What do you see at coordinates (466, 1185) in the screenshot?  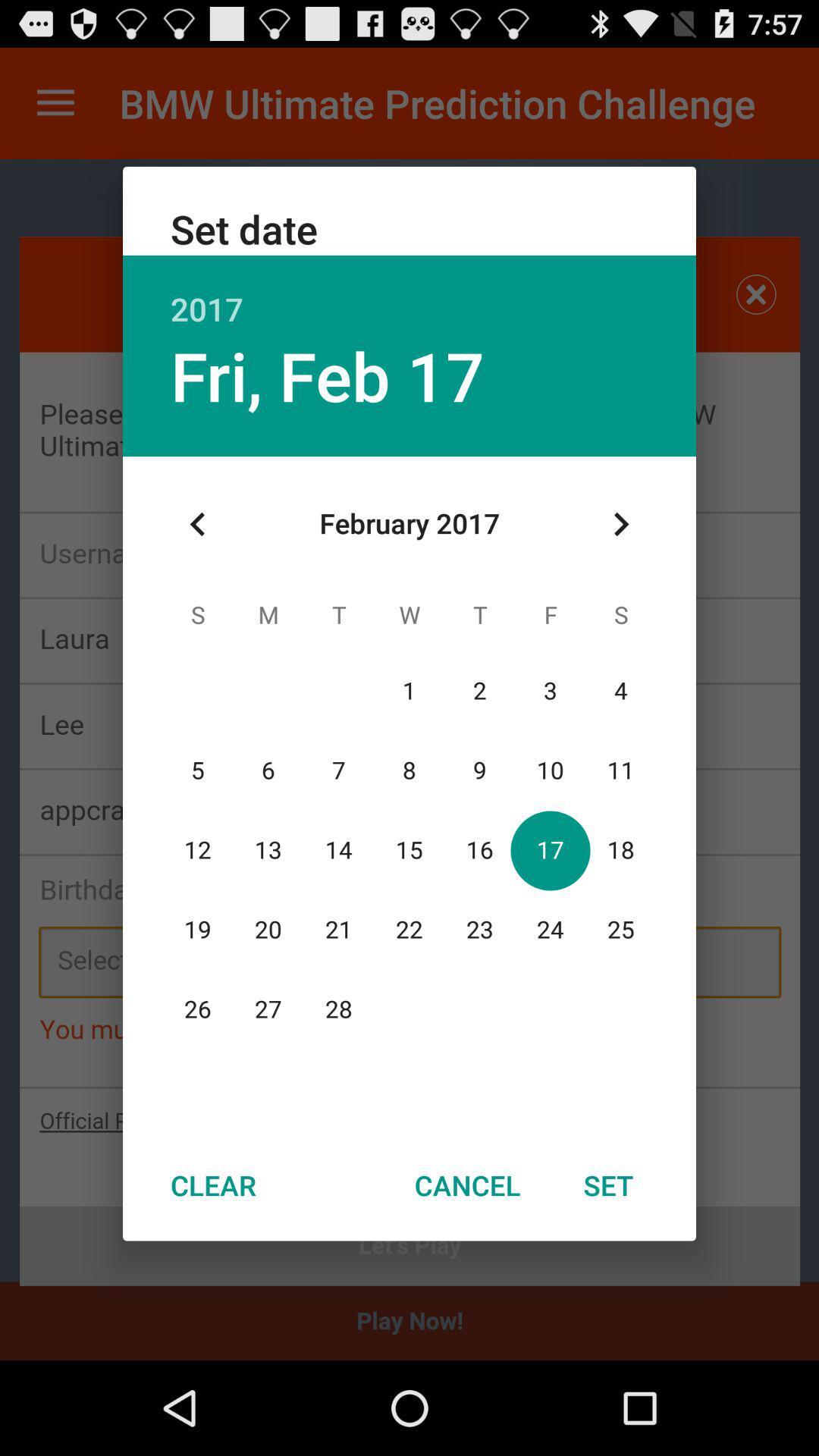 I see `item next to set item` at bounding box center [466, 1185].